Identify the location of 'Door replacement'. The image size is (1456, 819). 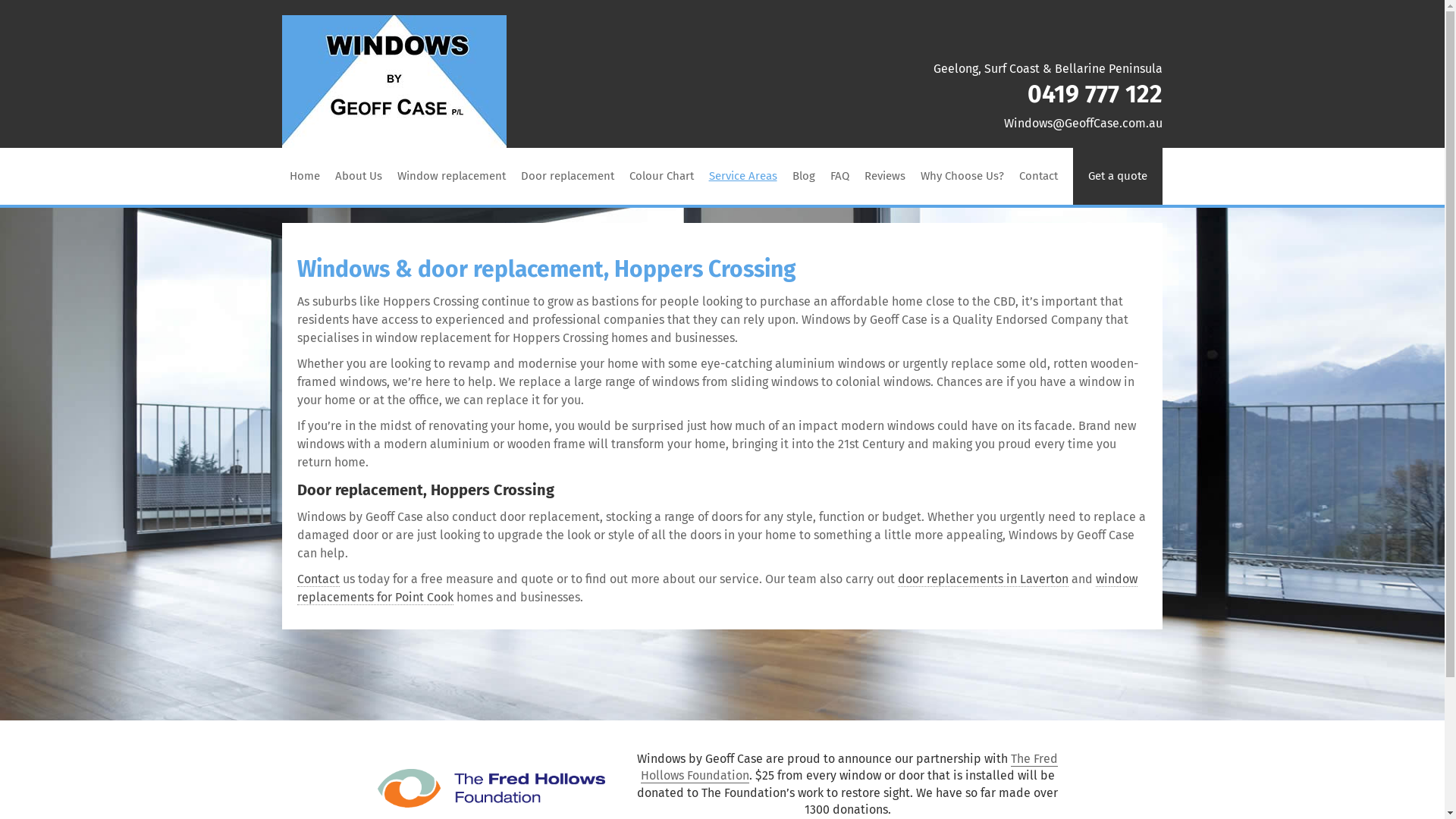
(513, 175).